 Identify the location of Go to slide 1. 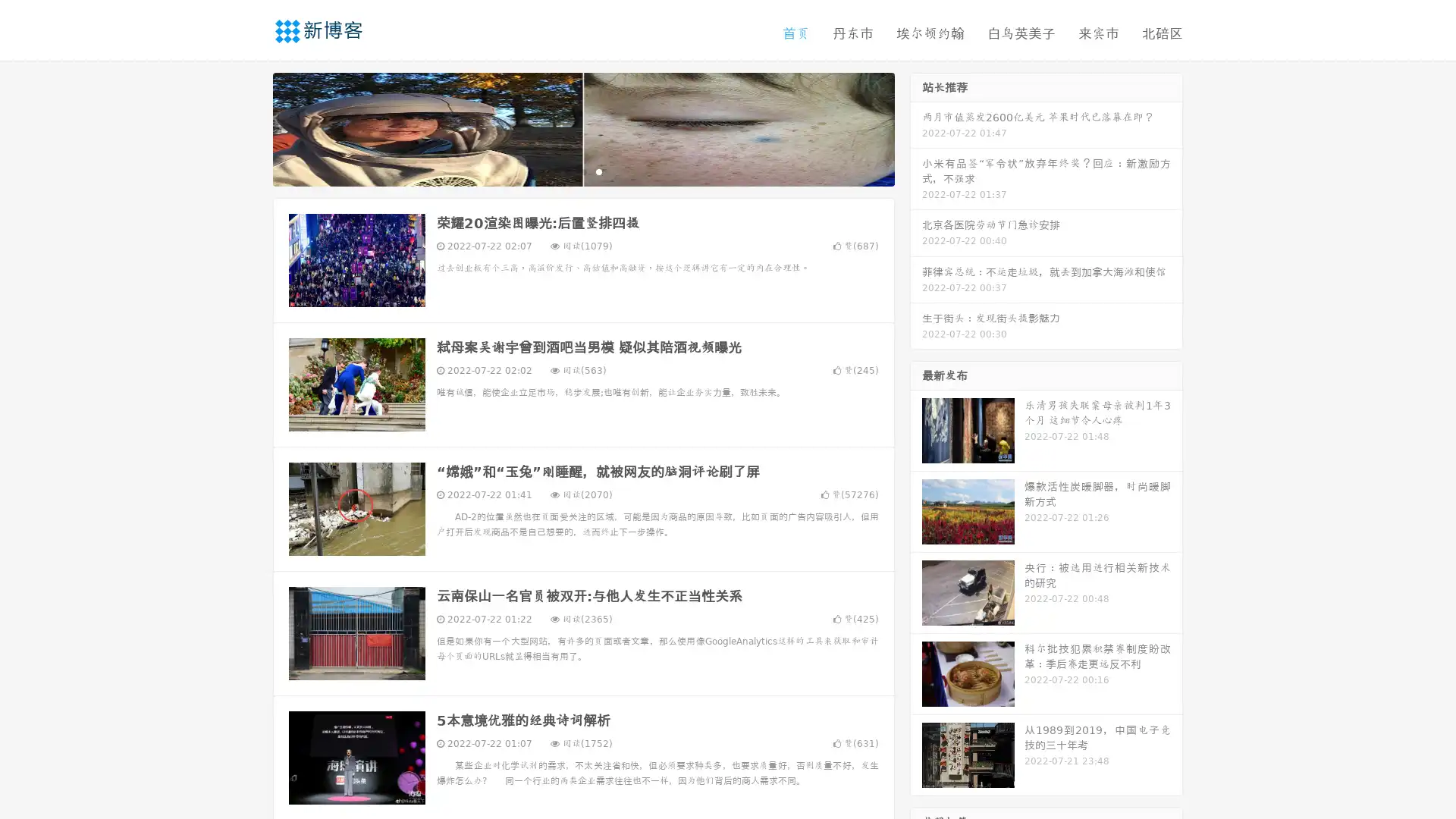
(567, 171).